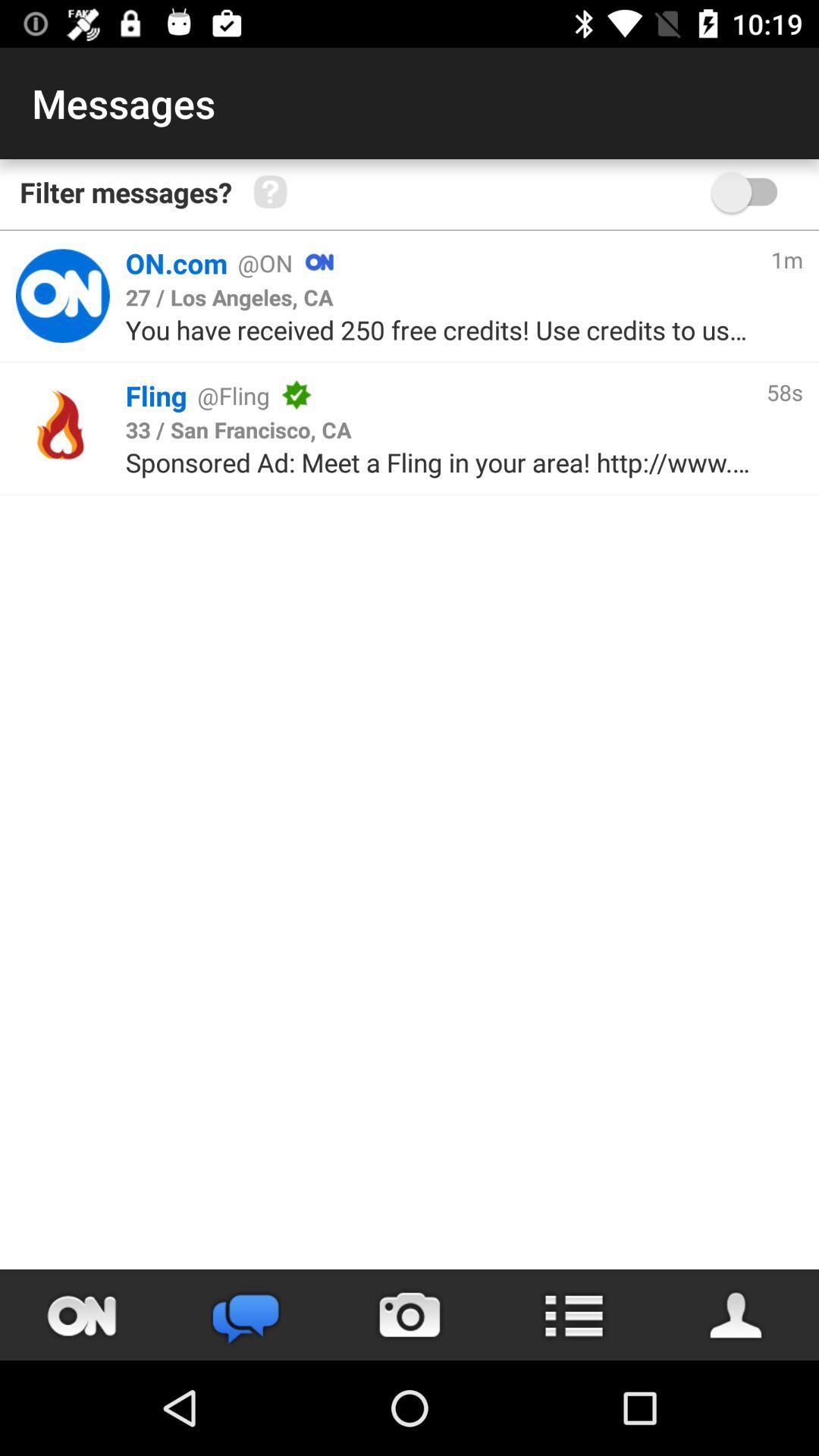  What do you see at coordinates (784, 392) in the screenshot?
I see `58s` at bounding box center [784, 392].